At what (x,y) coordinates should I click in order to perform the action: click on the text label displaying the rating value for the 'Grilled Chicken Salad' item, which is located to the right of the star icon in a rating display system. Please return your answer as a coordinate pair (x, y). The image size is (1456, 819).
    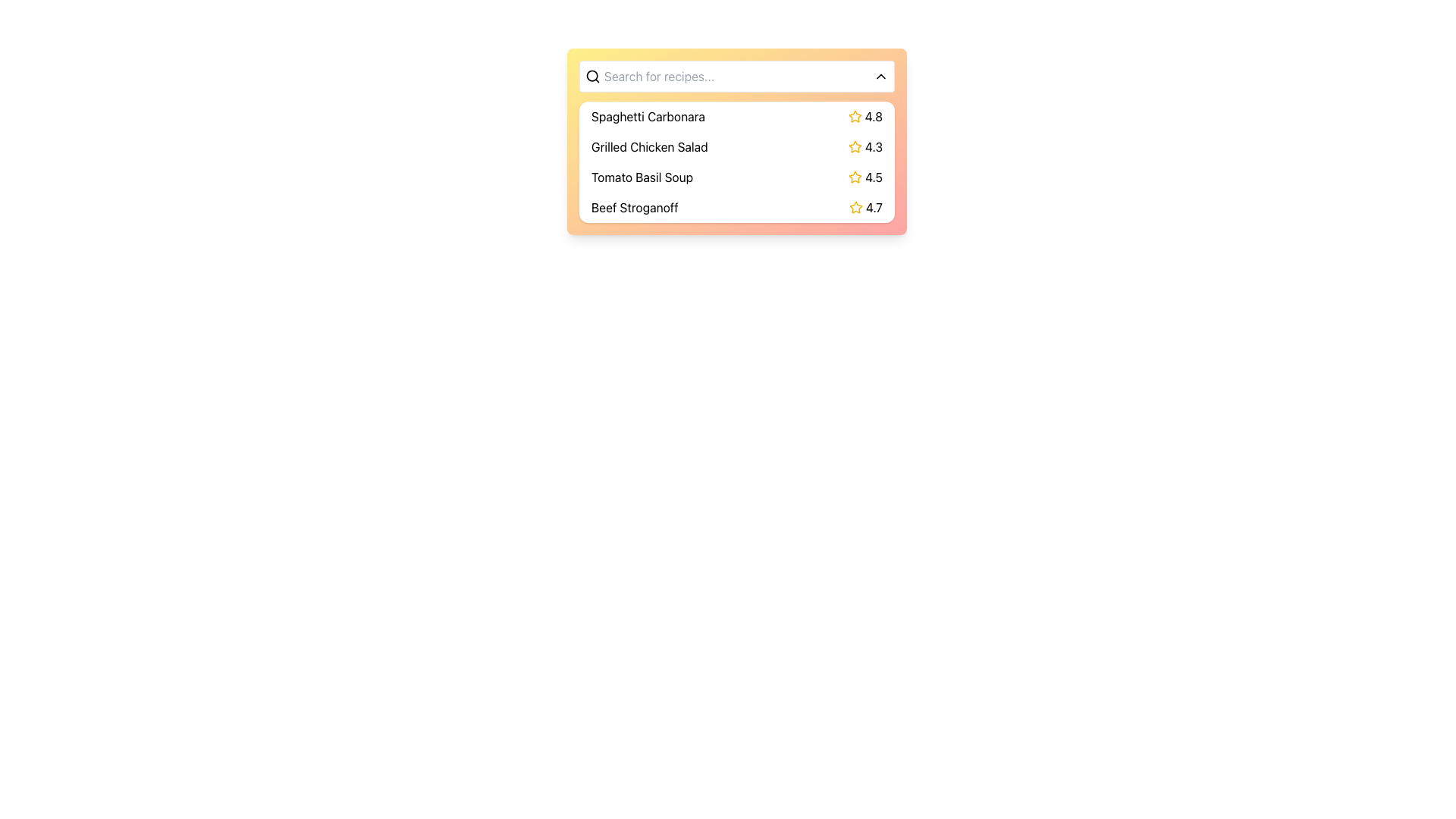
    Looking at the image, I should click on (865, 146).